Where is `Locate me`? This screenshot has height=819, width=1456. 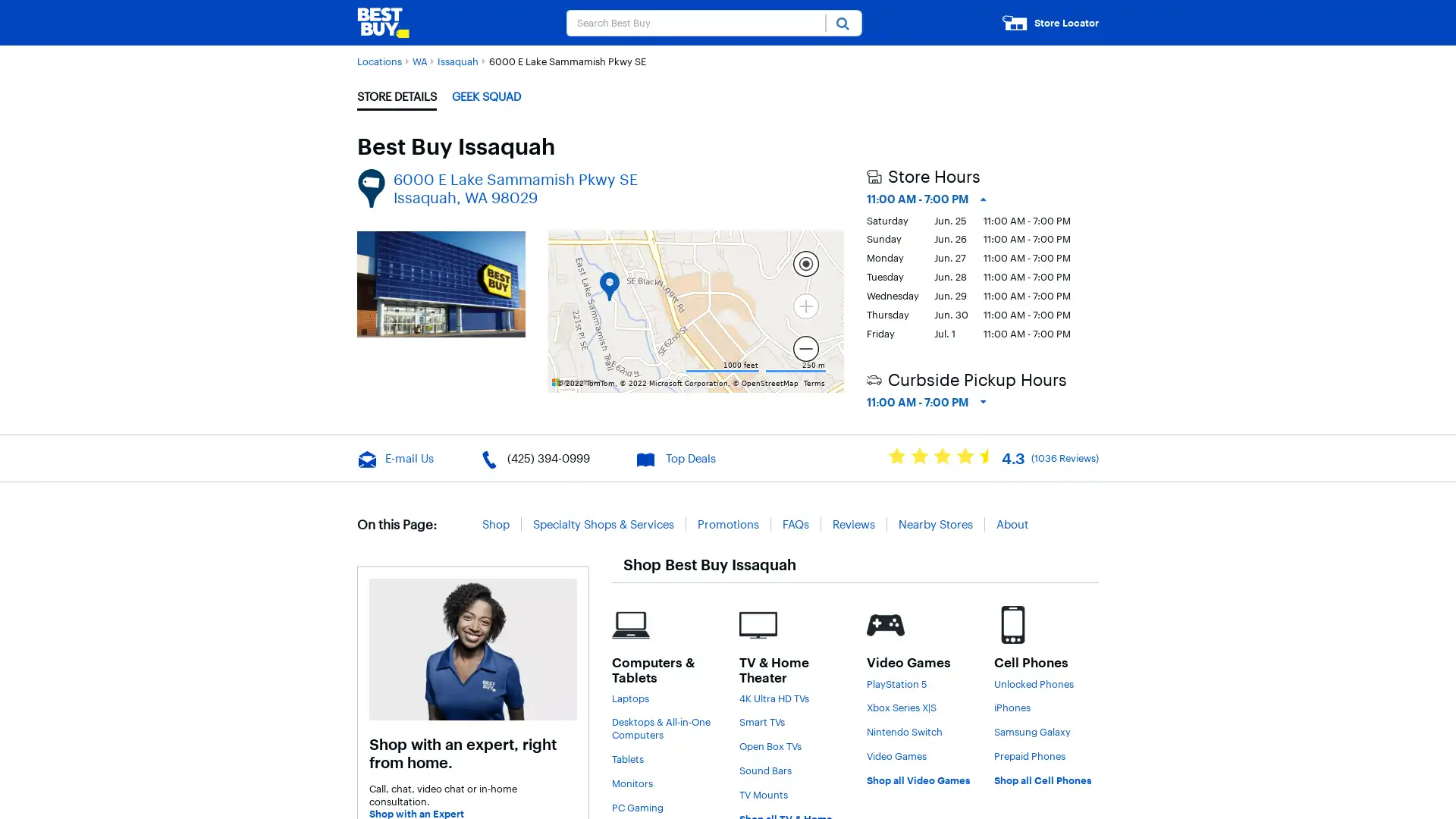 Locate me is located at coordinates (805, 262).